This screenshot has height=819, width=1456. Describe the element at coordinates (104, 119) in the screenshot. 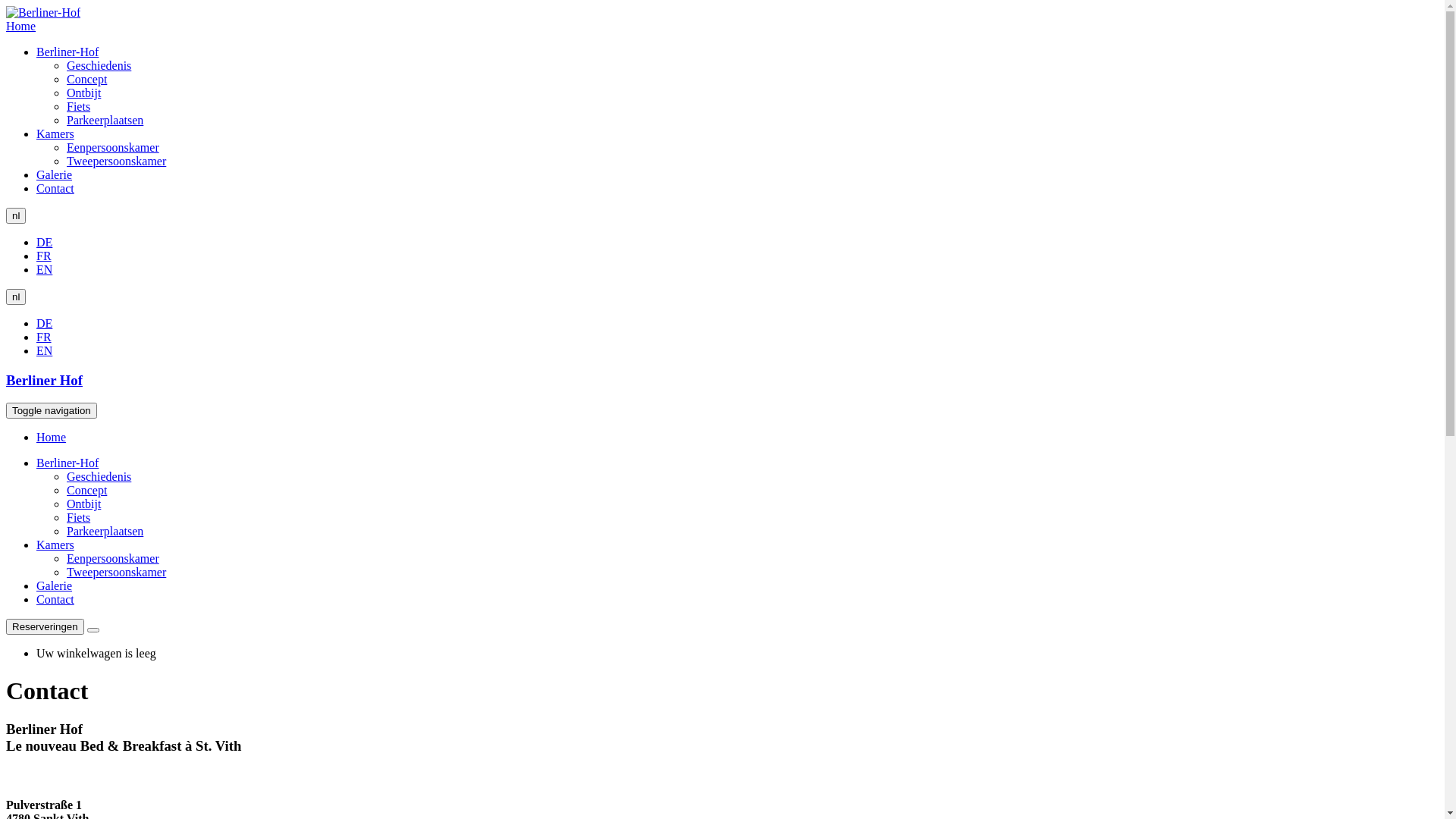

I see `'Parkeerplaatsen'` at that location.